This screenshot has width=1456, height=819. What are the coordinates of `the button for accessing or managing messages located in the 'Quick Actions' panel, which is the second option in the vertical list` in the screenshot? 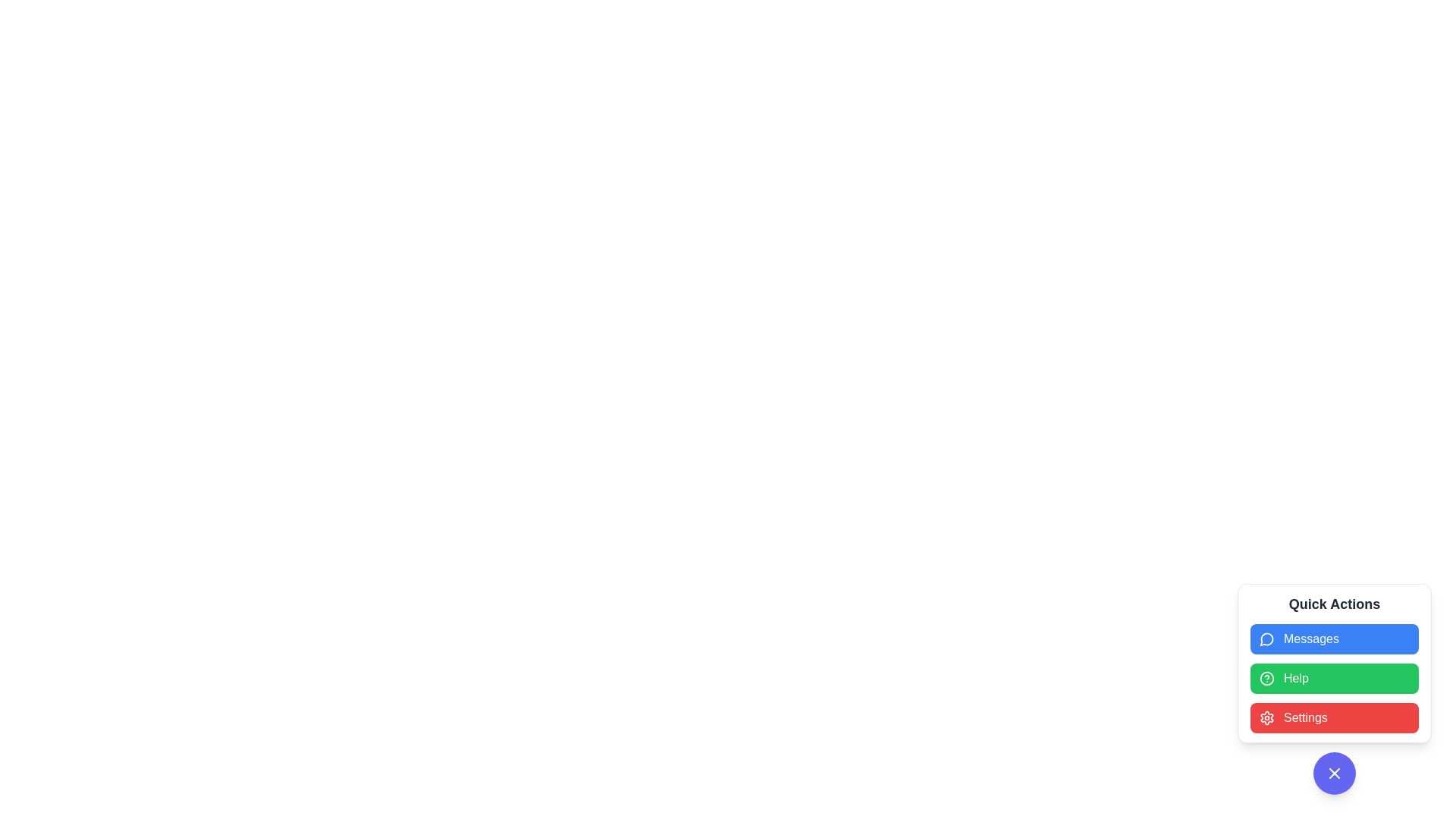 It's located at (1335, 639).